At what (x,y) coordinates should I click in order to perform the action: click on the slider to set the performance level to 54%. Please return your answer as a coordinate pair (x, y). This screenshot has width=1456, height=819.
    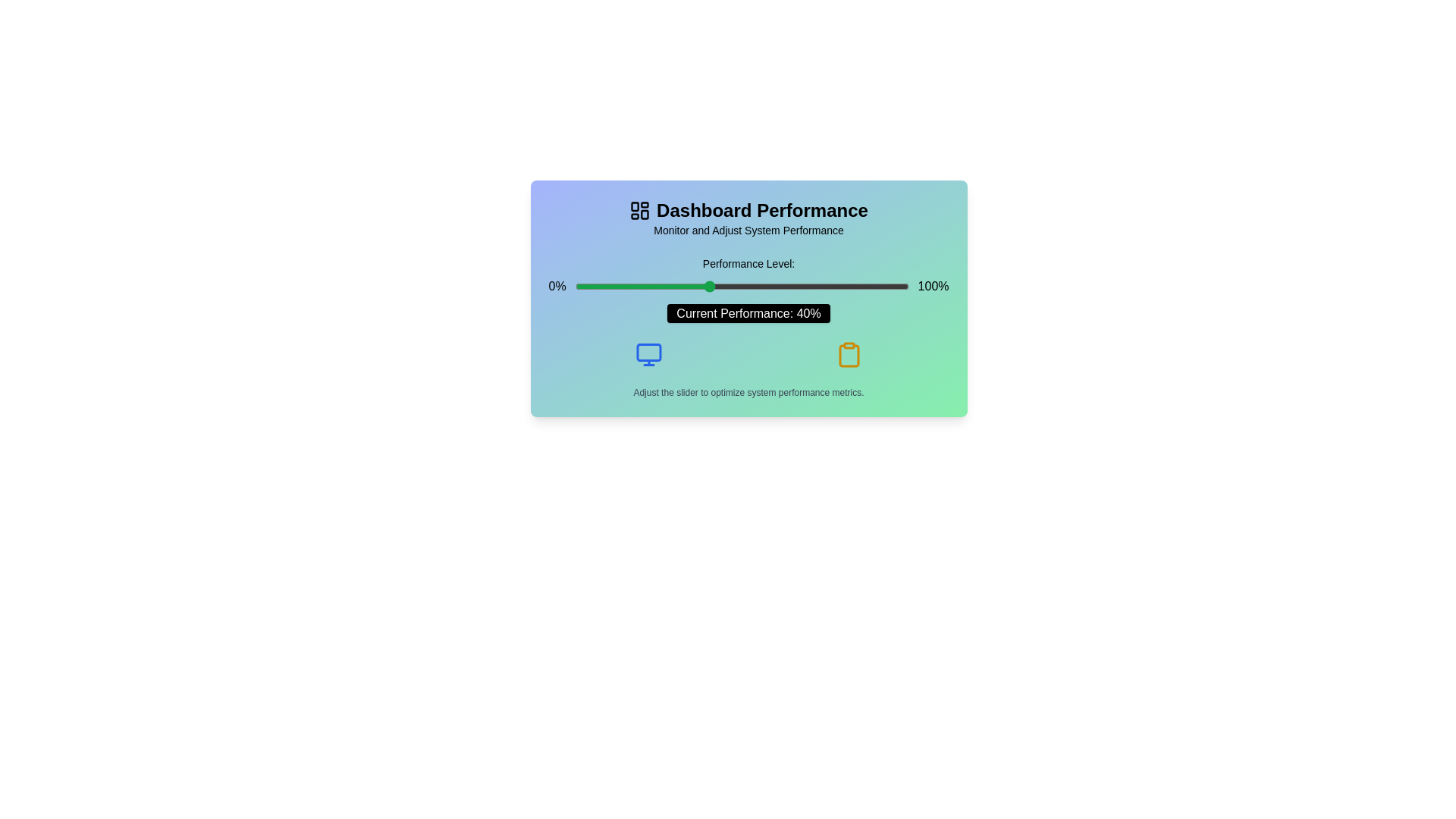
    Looking at the image, I should click on (755, 287).